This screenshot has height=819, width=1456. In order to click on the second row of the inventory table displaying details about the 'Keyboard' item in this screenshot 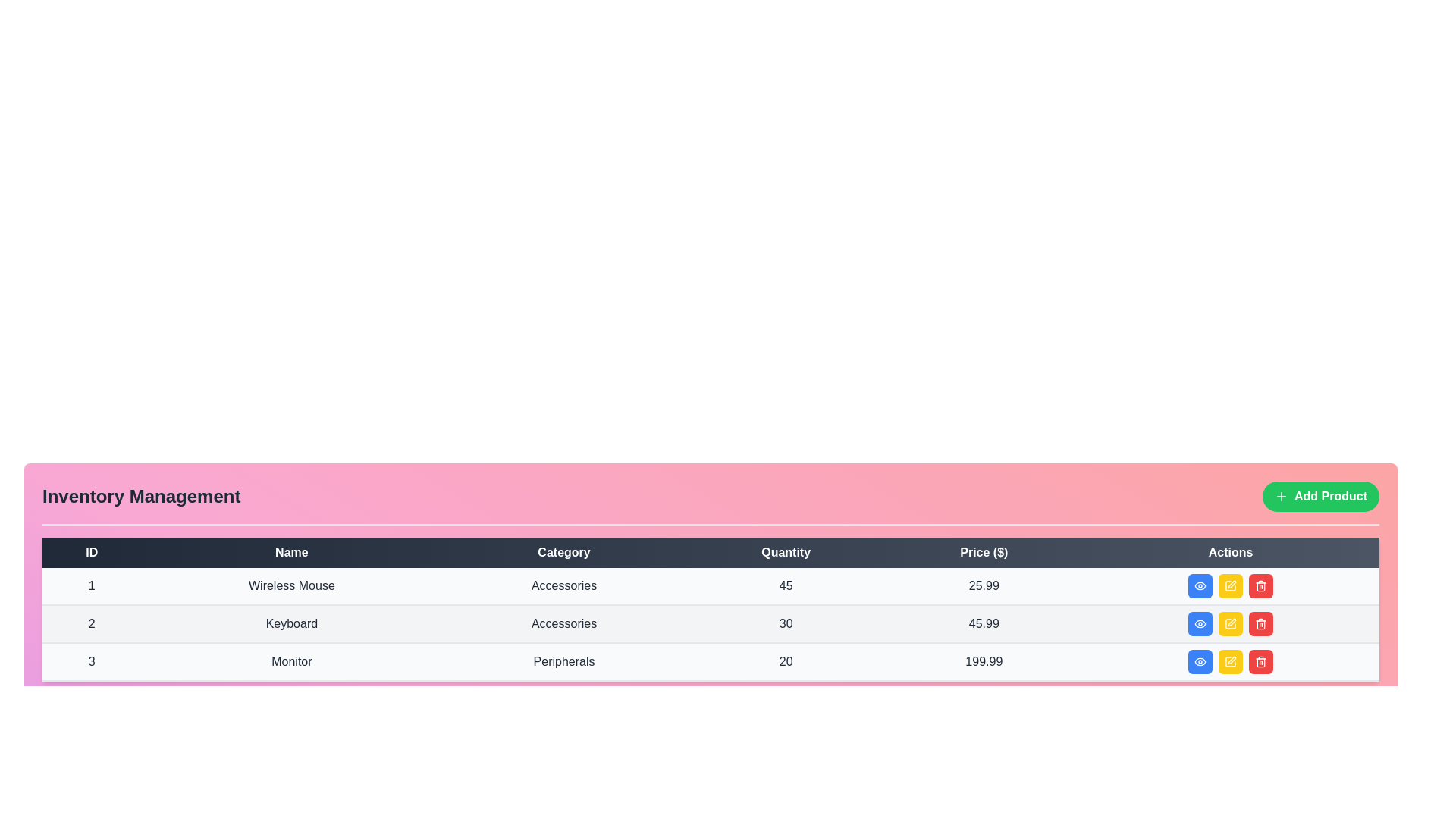, I will do `click(710, 623)`.